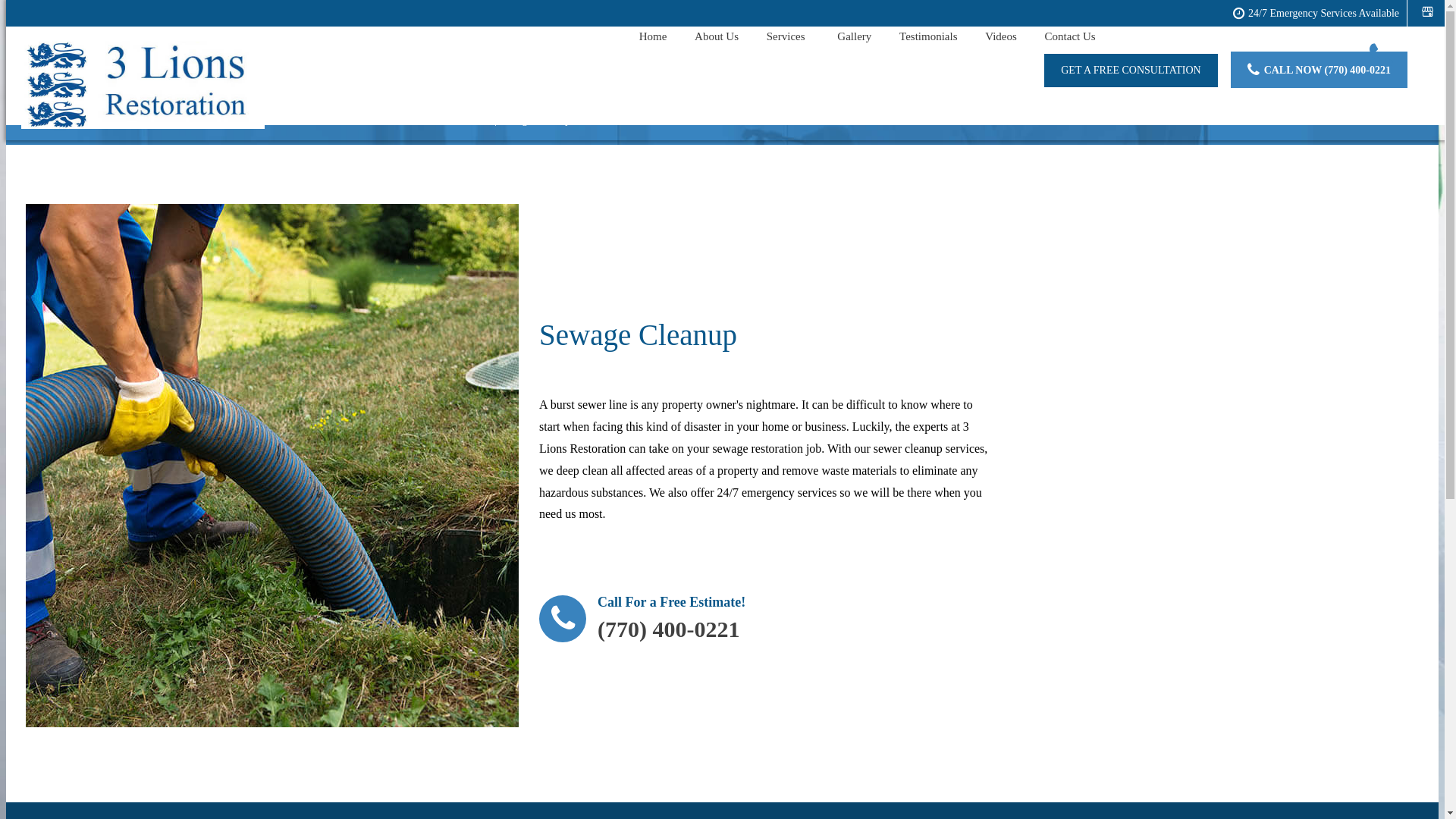  What do you see at coordinates (642, 623) in the screenshot?
I see `'Call For a Free Estimate!` at bounding box center [642, 623].